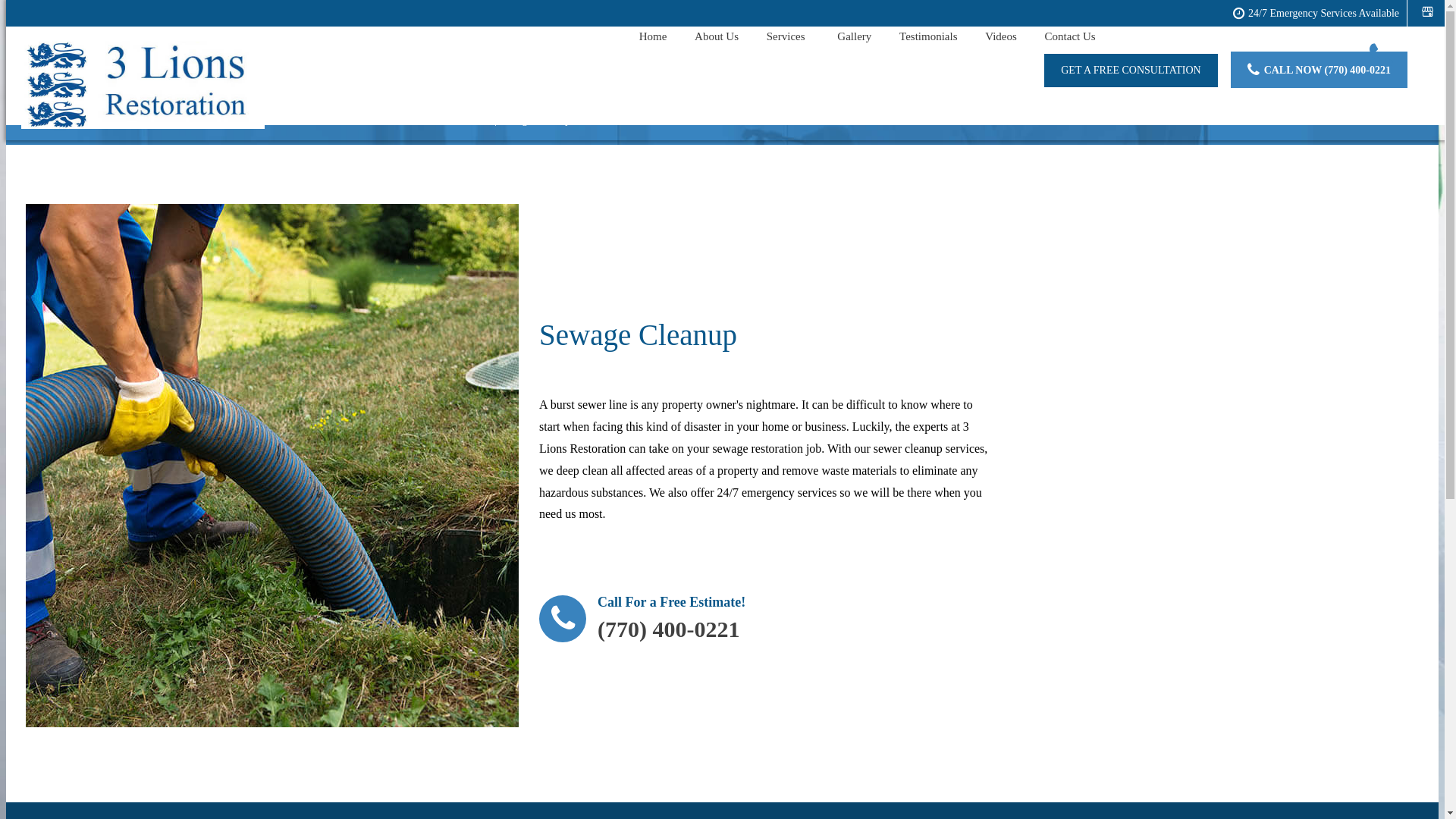  What do you see at coordinates (642, 623) in the screenshot?
I see `'Call For a Free Estimate!` at bounding box center [642, 623].